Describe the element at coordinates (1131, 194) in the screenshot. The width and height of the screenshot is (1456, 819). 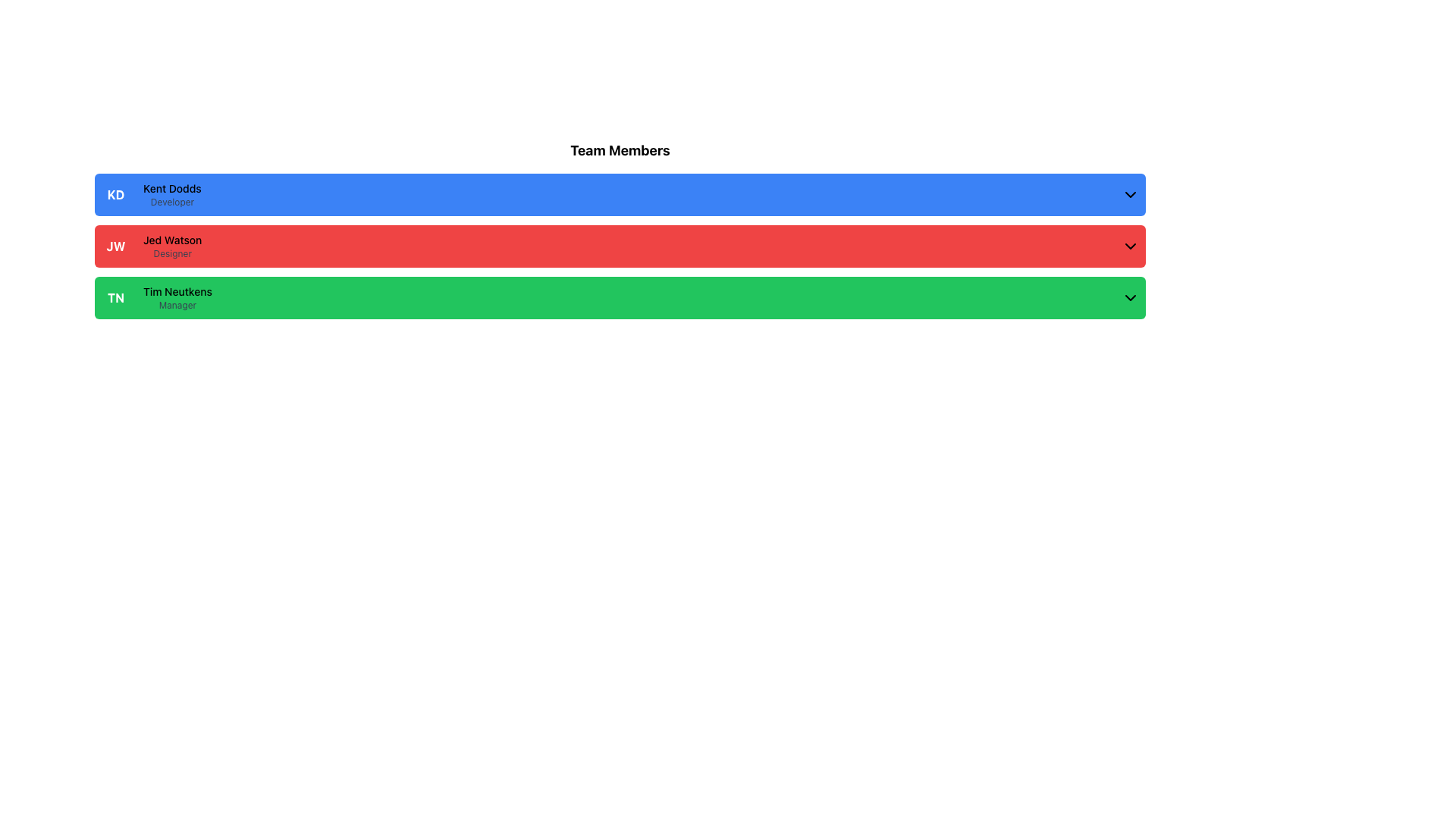
I see `the downward-pointing arrow icon located at the far right end of the blue-colored bar labeled 'Kent Dodds Developer'` at that location.